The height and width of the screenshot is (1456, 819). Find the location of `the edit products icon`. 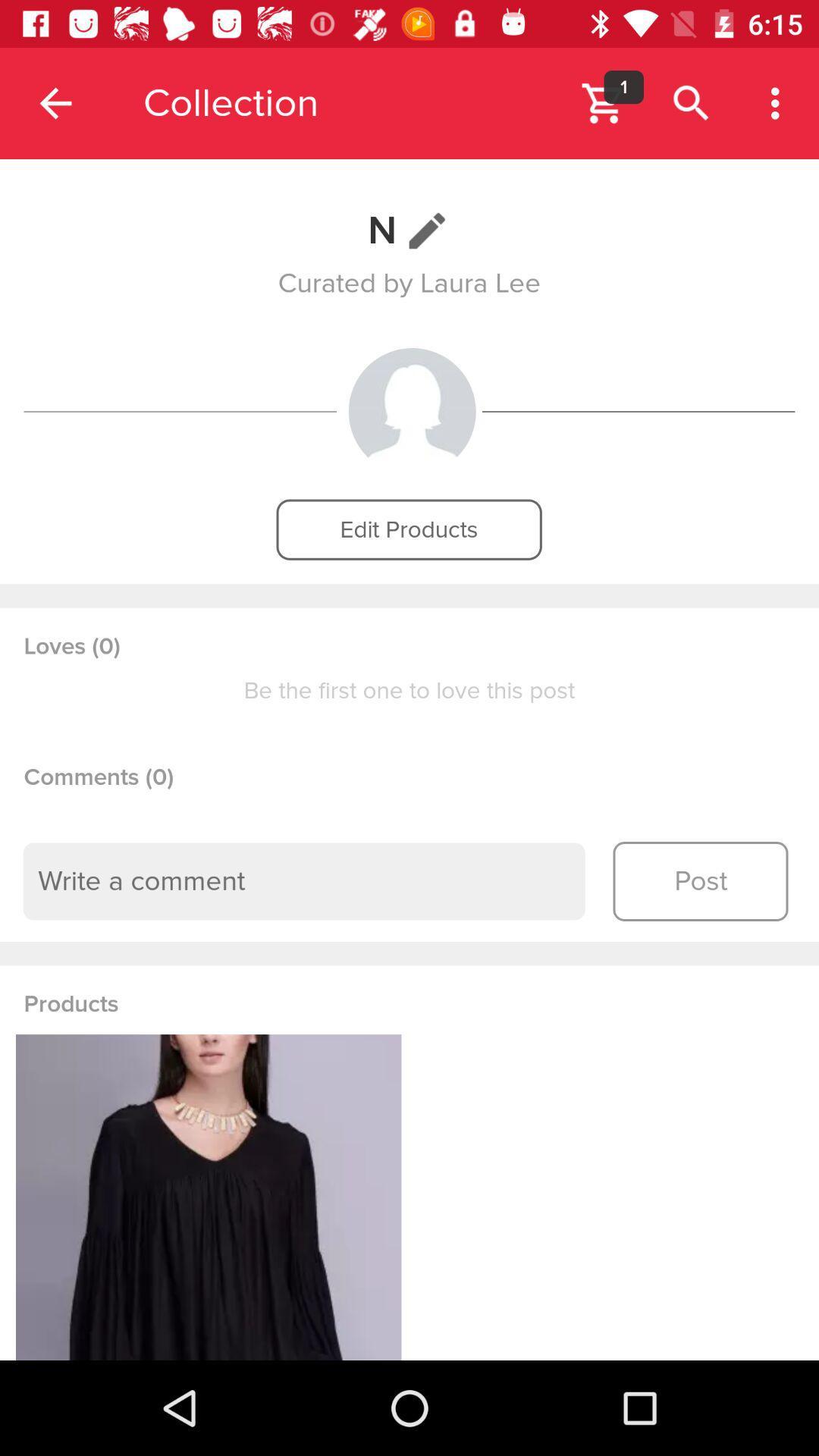

the edit products icon is located at coordinates (408, 529).